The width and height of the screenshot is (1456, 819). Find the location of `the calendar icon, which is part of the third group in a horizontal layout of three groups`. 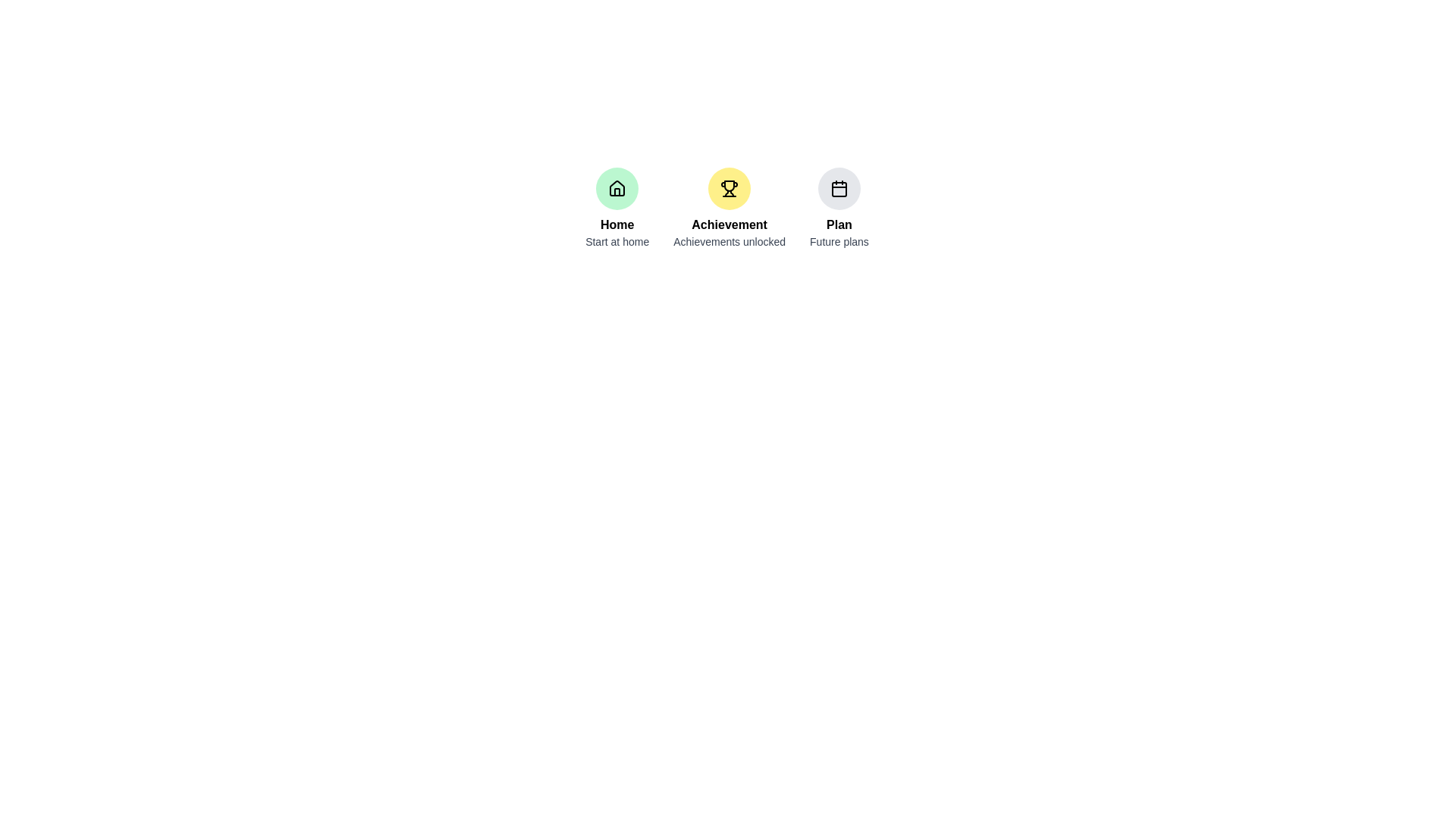

the calendar icon, which is part of the third group in a horizontal layout of three groups is located at coordinates (838, 188).